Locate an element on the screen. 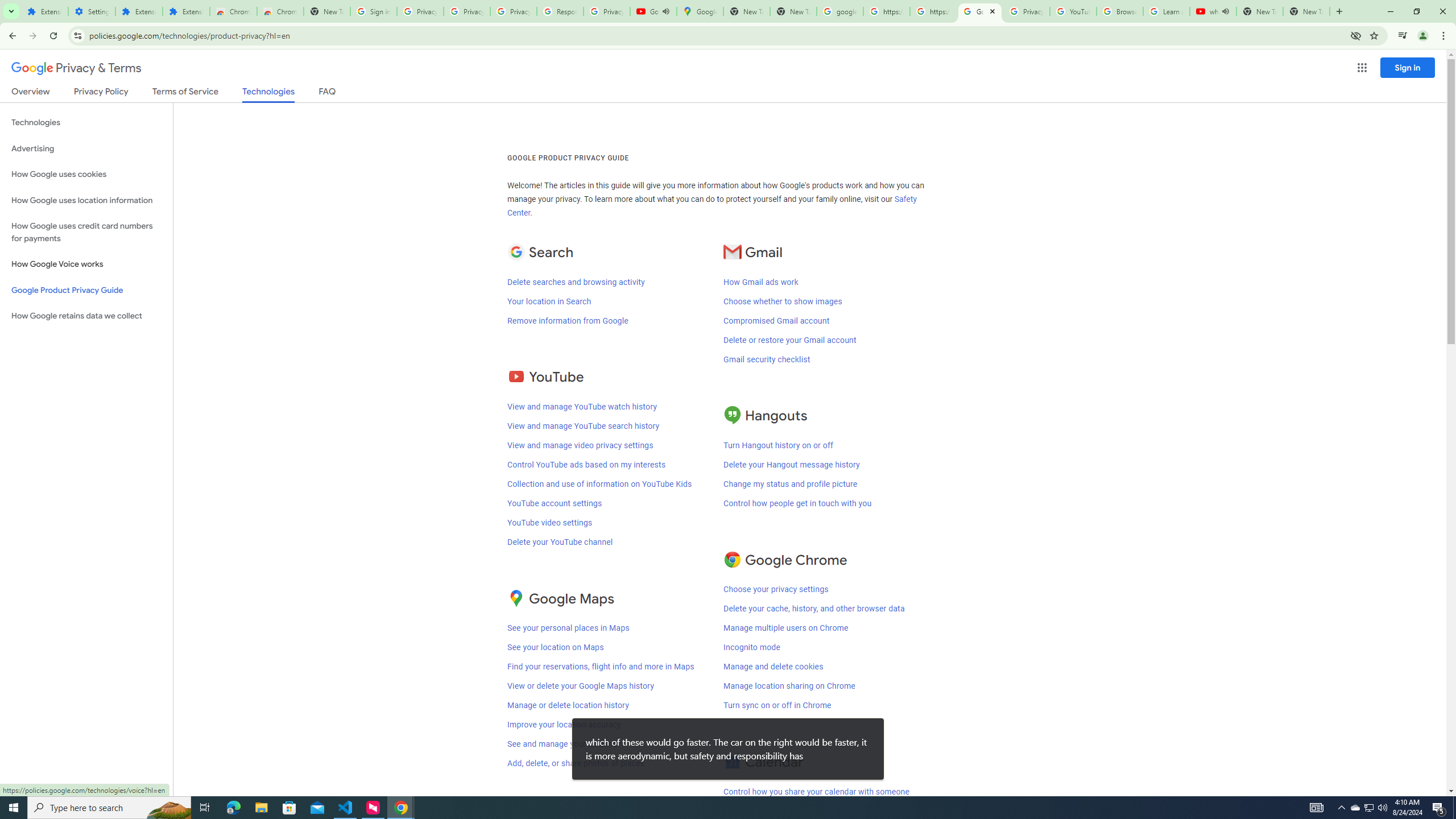  'Incognito mode' is located at coordinates (751, 647).